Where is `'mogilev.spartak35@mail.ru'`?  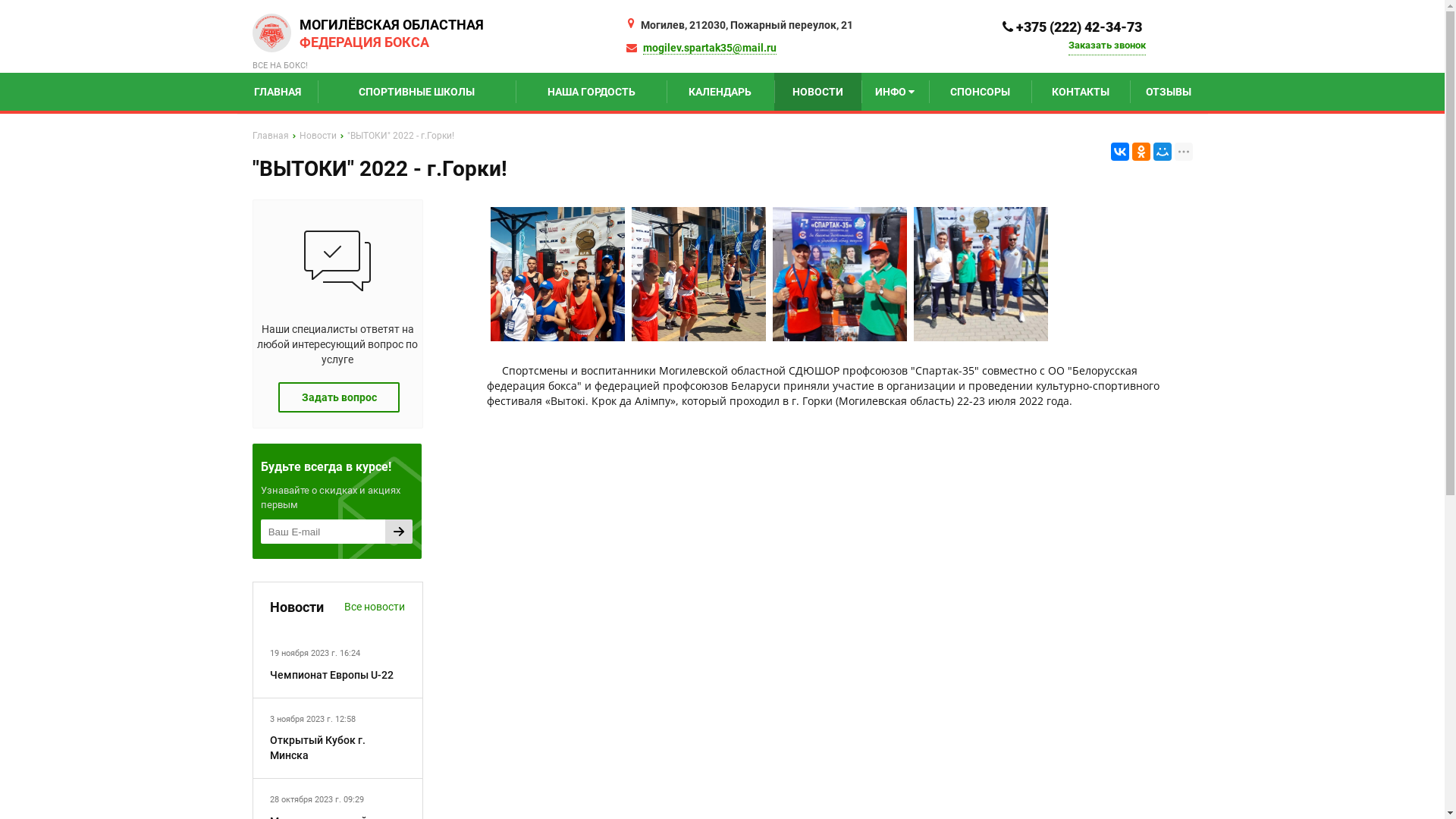 'mogilev.spartak35@mail.ru' is located at coordinates (709, 47).